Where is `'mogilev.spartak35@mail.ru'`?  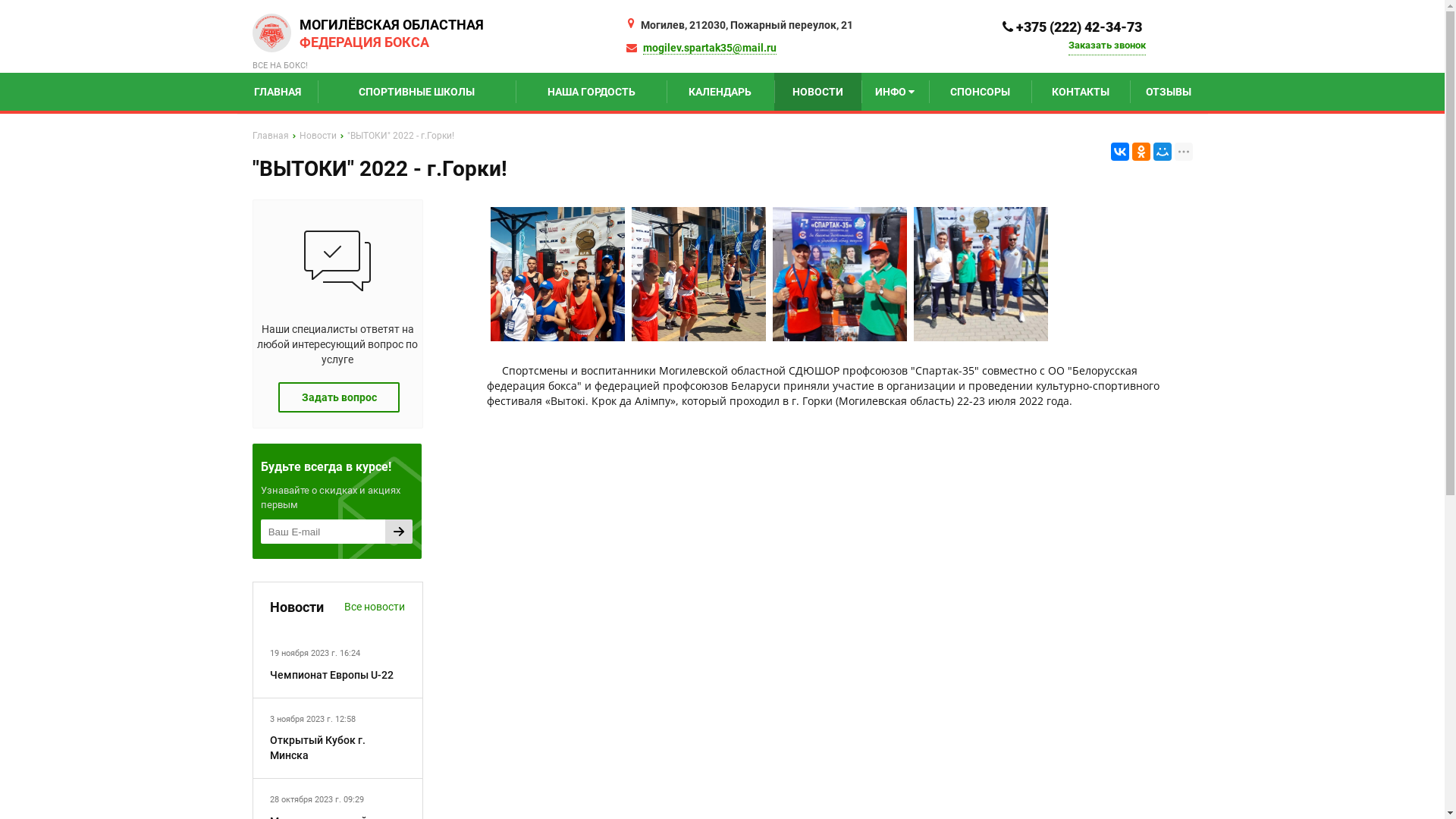 'mogilev.spartak35@mail.ru' is located at coordinates (709, 47).